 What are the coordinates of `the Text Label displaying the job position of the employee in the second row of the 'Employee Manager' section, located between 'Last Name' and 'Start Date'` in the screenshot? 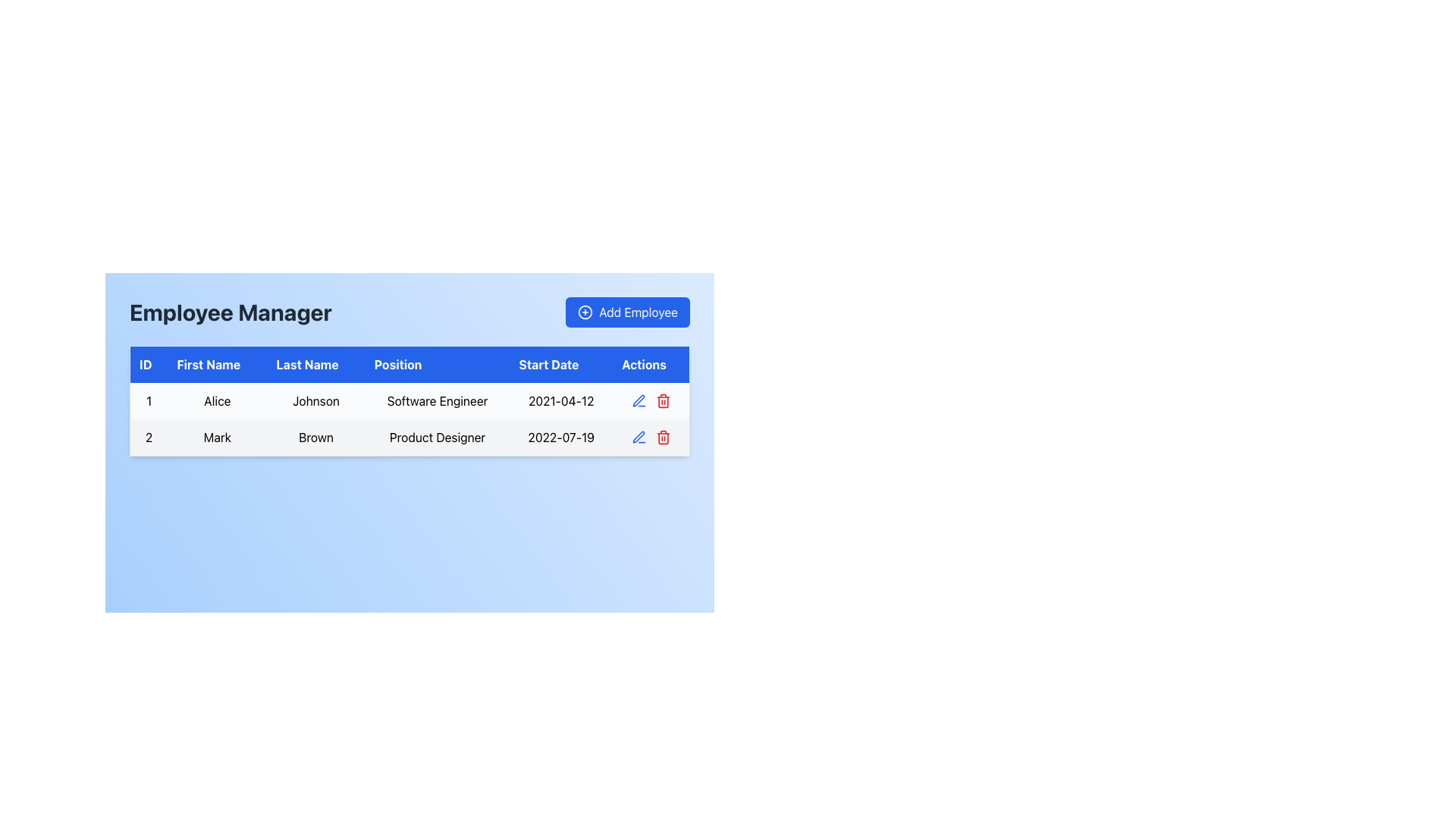 It's located at (437, 438).